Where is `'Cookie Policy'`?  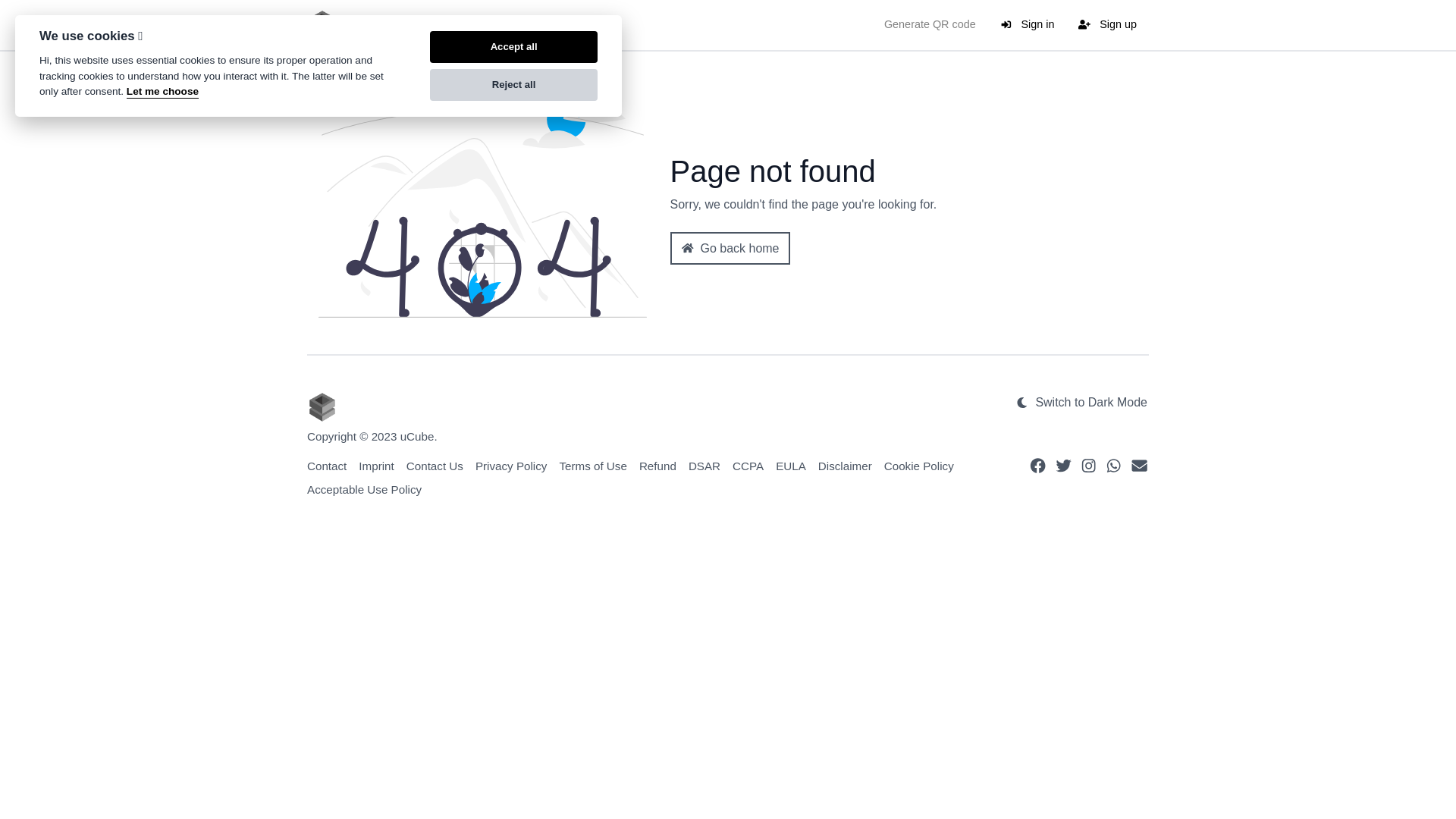 'Cookie Policy' is located at coordinates (918, 465).